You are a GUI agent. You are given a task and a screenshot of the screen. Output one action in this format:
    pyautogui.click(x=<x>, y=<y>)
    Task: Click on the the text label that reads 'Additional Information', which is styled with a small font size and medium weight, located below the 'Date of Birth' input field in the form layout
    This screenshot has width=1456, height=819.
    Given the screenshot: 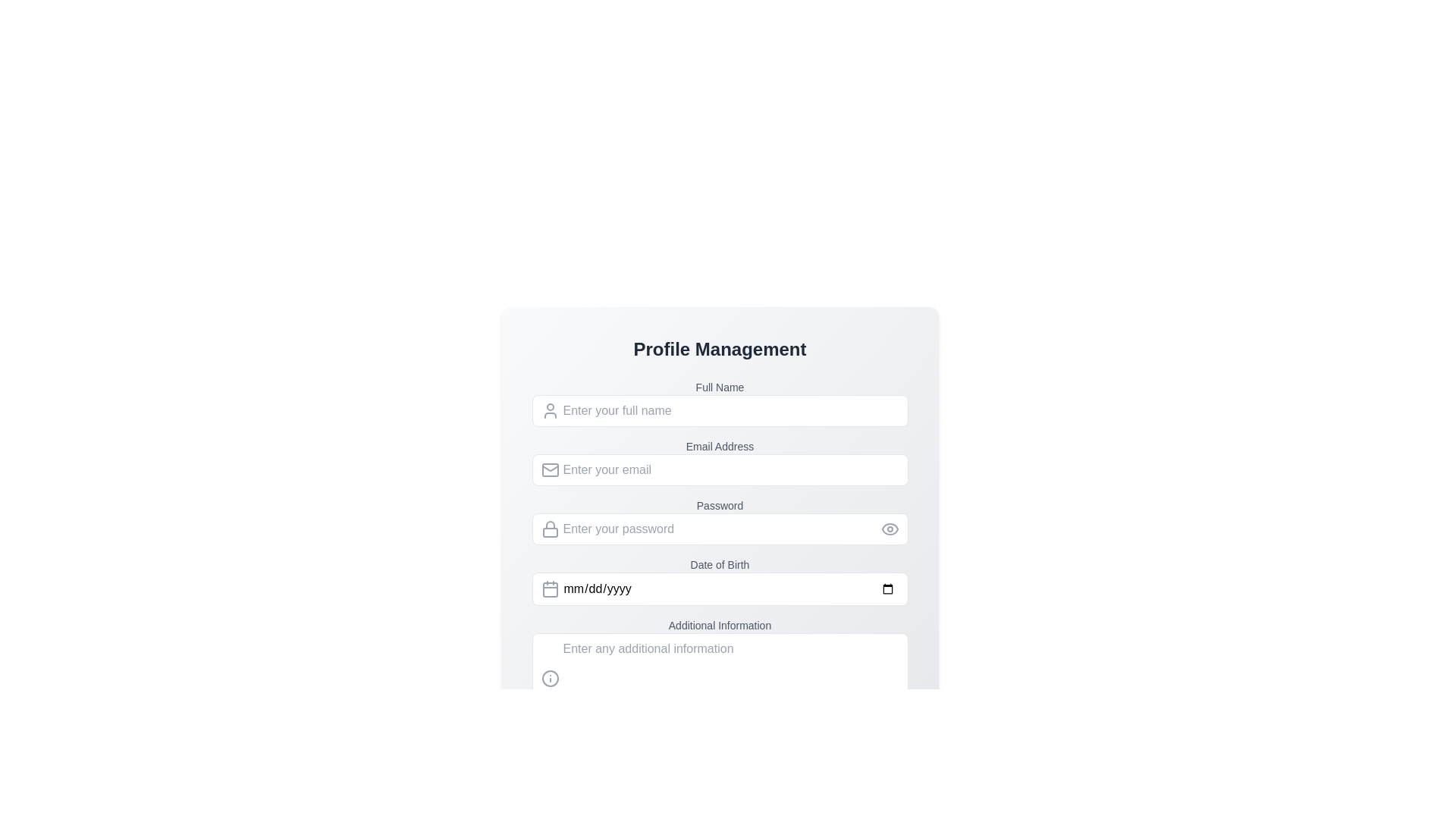 What is the action you would take?
    pyautogui.click(x=719, y=626)
    